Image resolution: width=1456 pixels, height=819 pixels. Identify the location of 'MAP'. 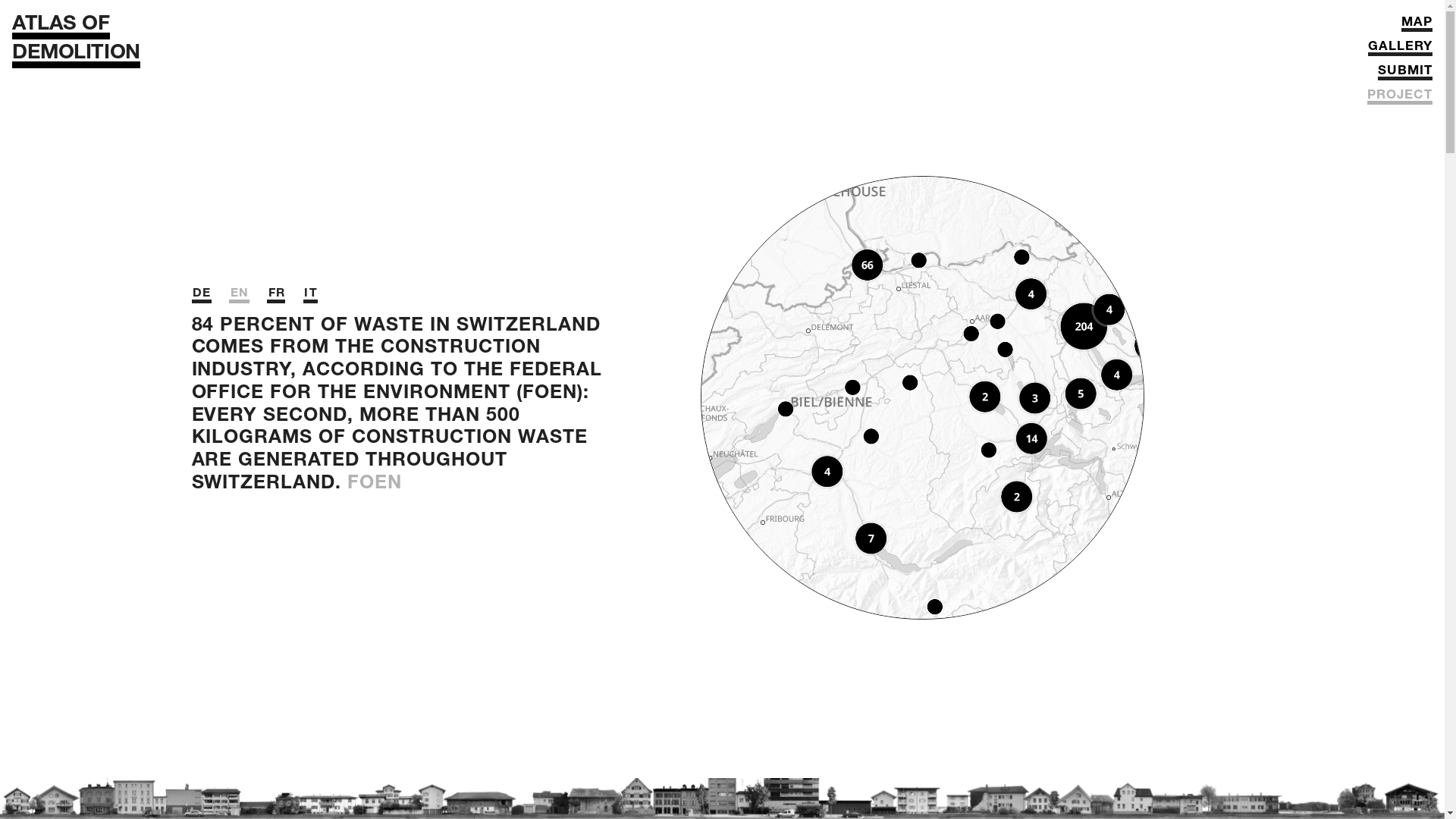
(1416, 25).